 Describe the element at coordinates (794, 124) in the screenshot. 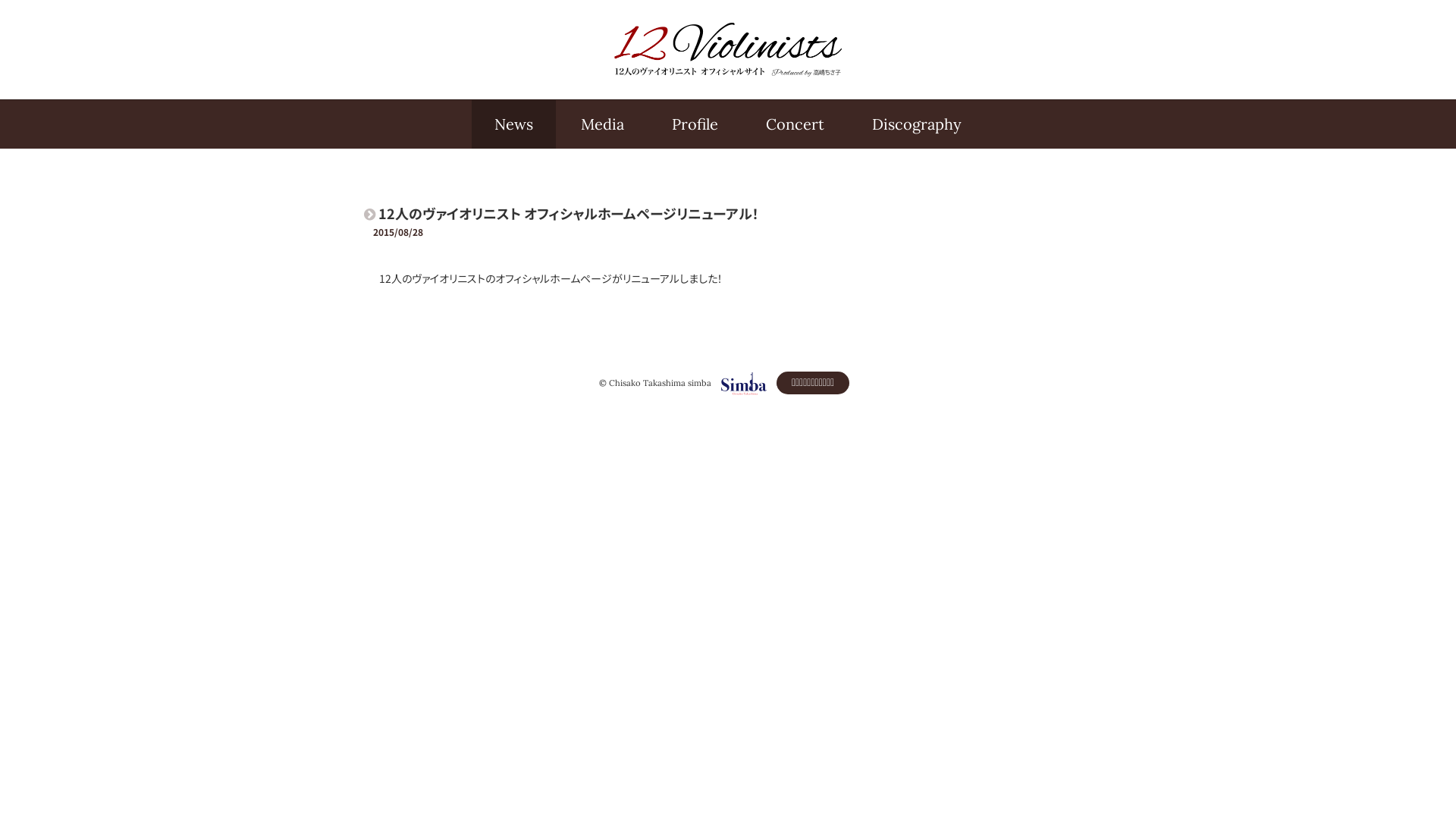

I see `'Concert'` at that location.